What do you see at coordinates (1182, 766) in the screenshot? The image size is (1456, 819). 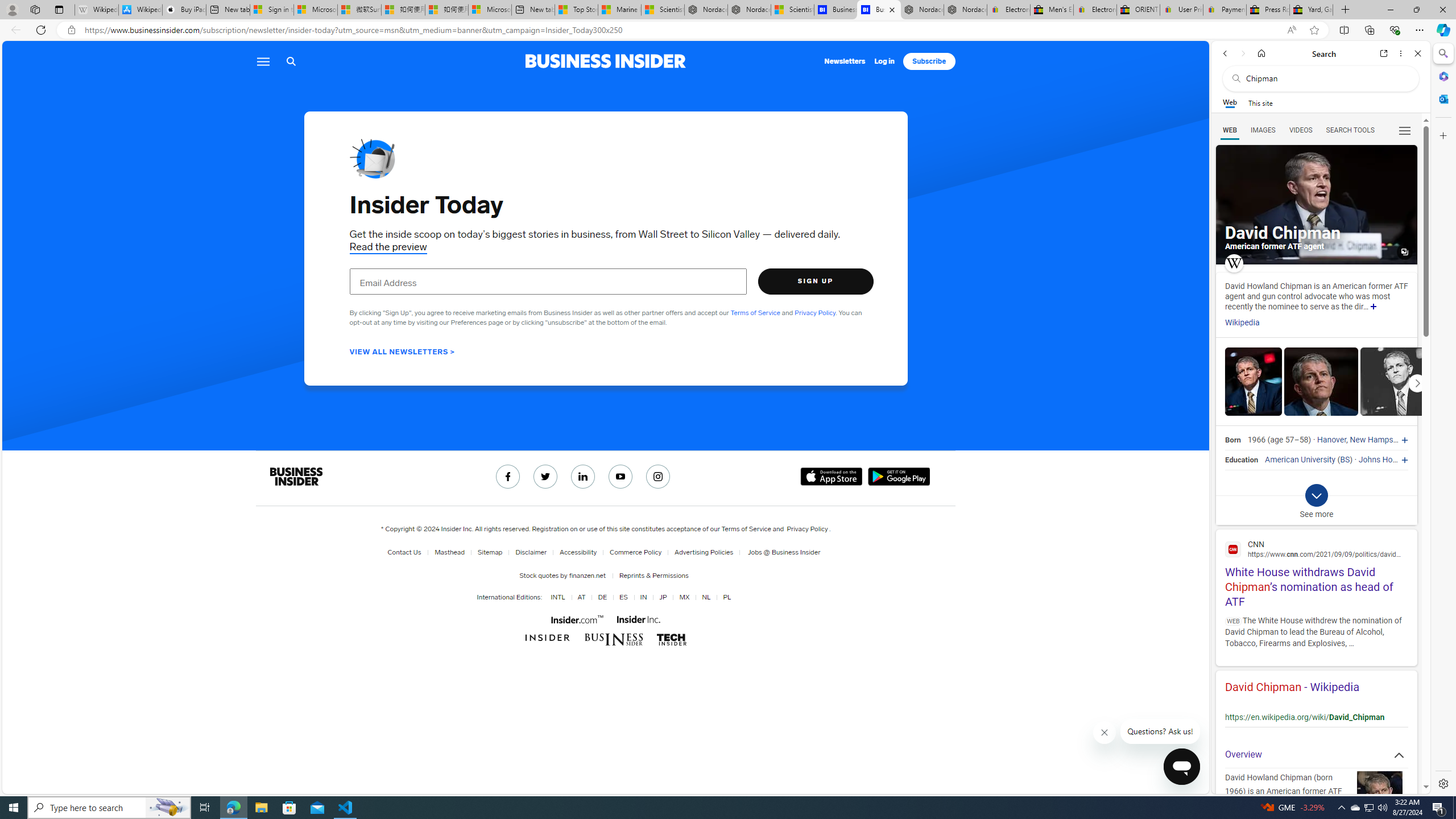 I see `'Class: sc-1k07fow-1 cbnSms'` at bounding box center [1182, 766].